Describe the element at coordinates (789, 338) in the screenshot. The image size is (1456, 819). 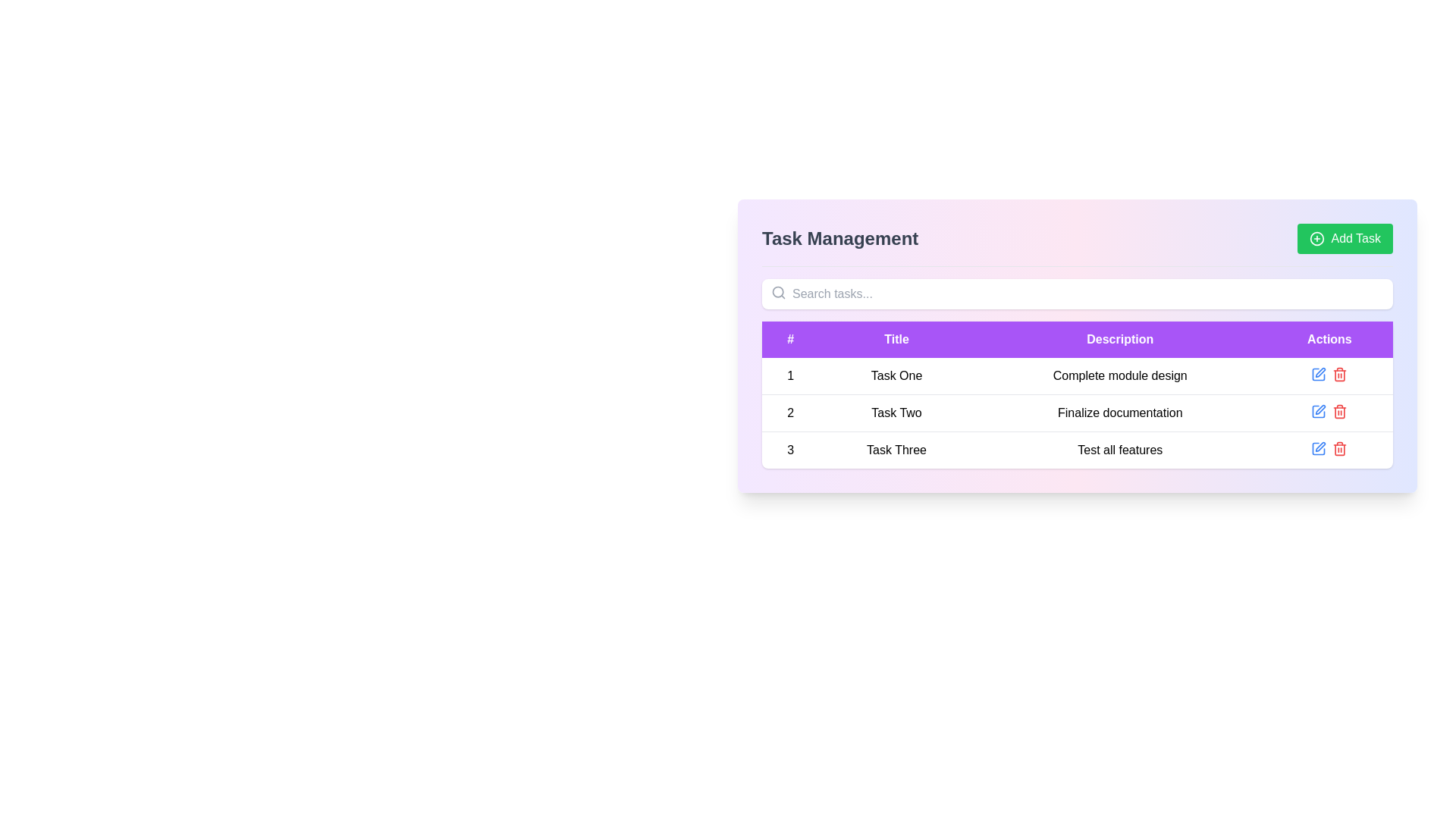
I see `the column header symbol `#` which is displayed in white on a purple background, located in the top-left corner of the table's header row` at that location.